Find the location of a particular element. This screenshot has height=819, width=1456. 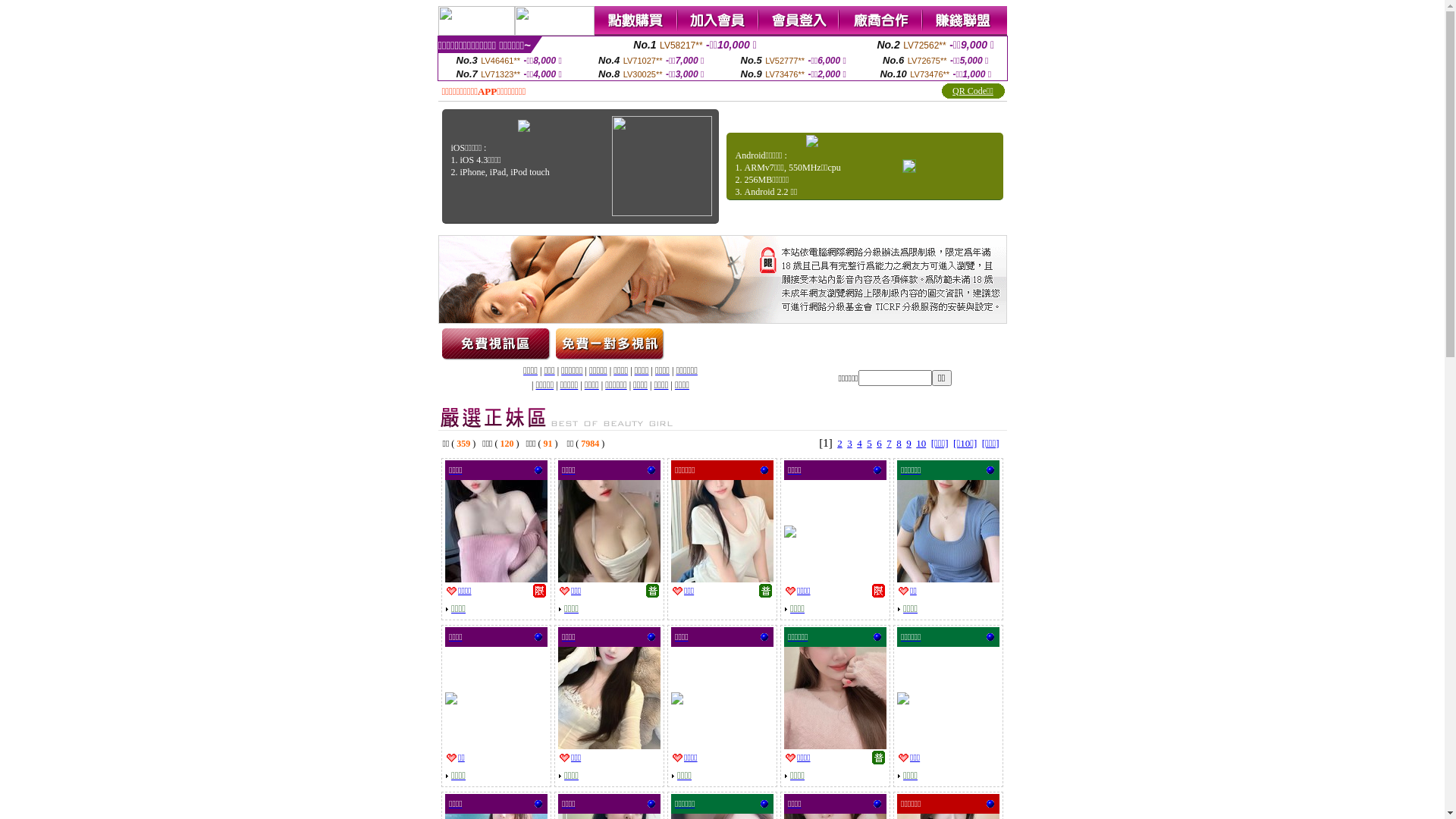

'4' is located at coordinates (859, 443).